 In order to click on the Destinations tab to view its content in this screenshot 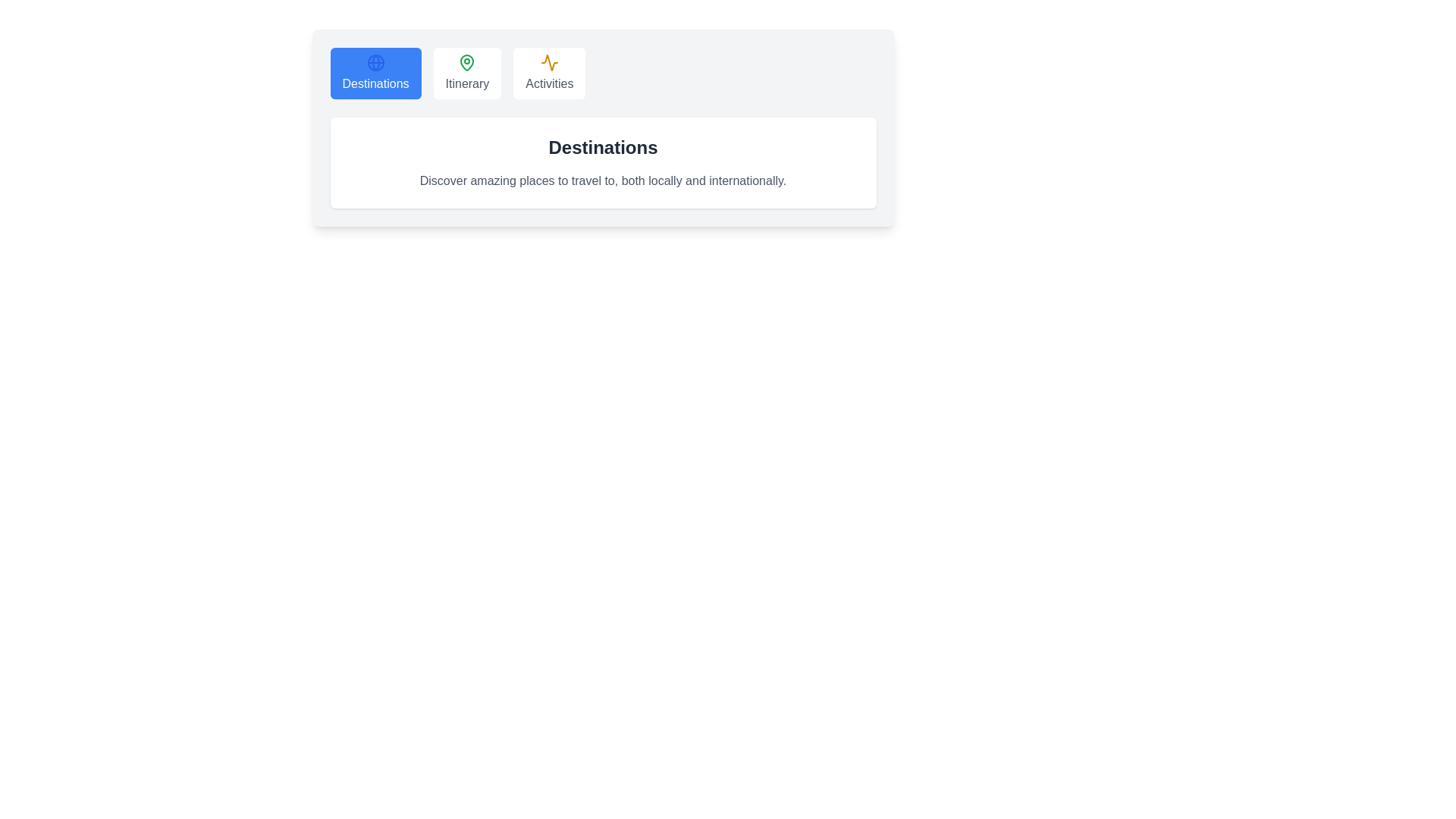, I will do `click(375, 73)`.